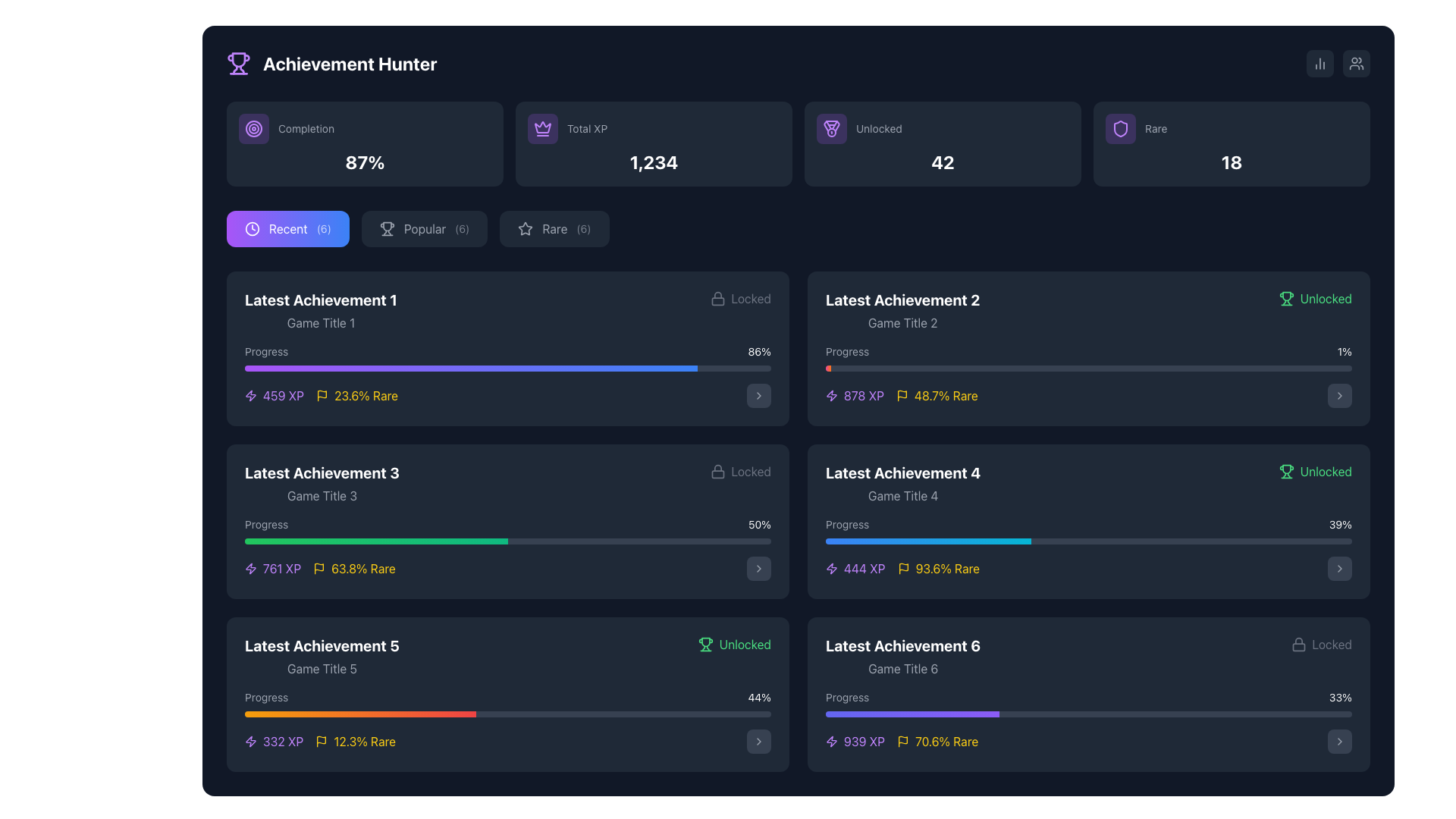 The image size is (1456, 819). I want to click on the lightning bolt icon representing energy or power, located near the bottom-right corner of the interface, underneath the 'Unlocked' status marker of 'Latest Achievement 4', so click(831, 568).